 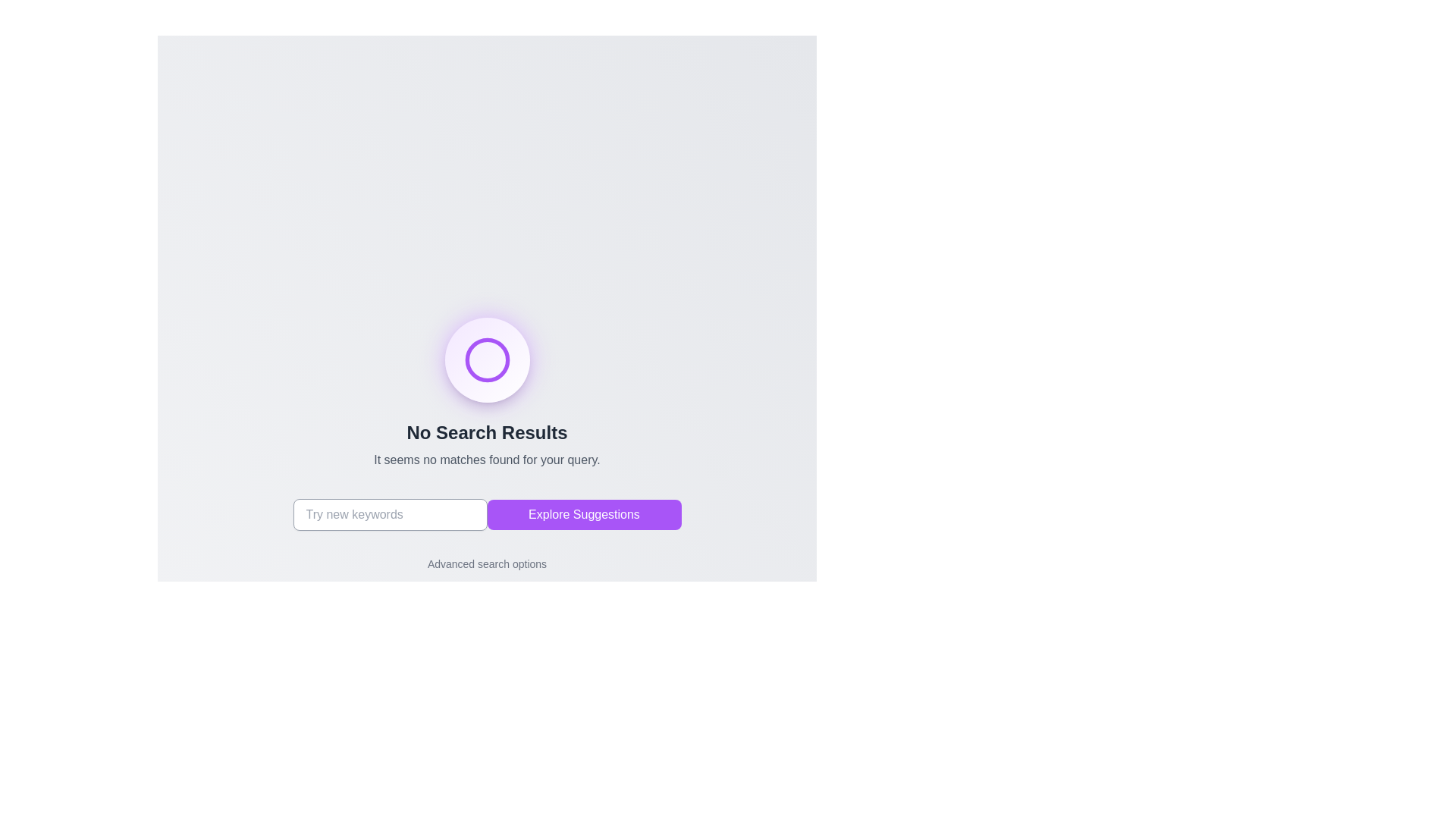 I want to click on the A text display element that indicates no results were found, located below a circular icon and above the search bar, so click(x=487, y=444).